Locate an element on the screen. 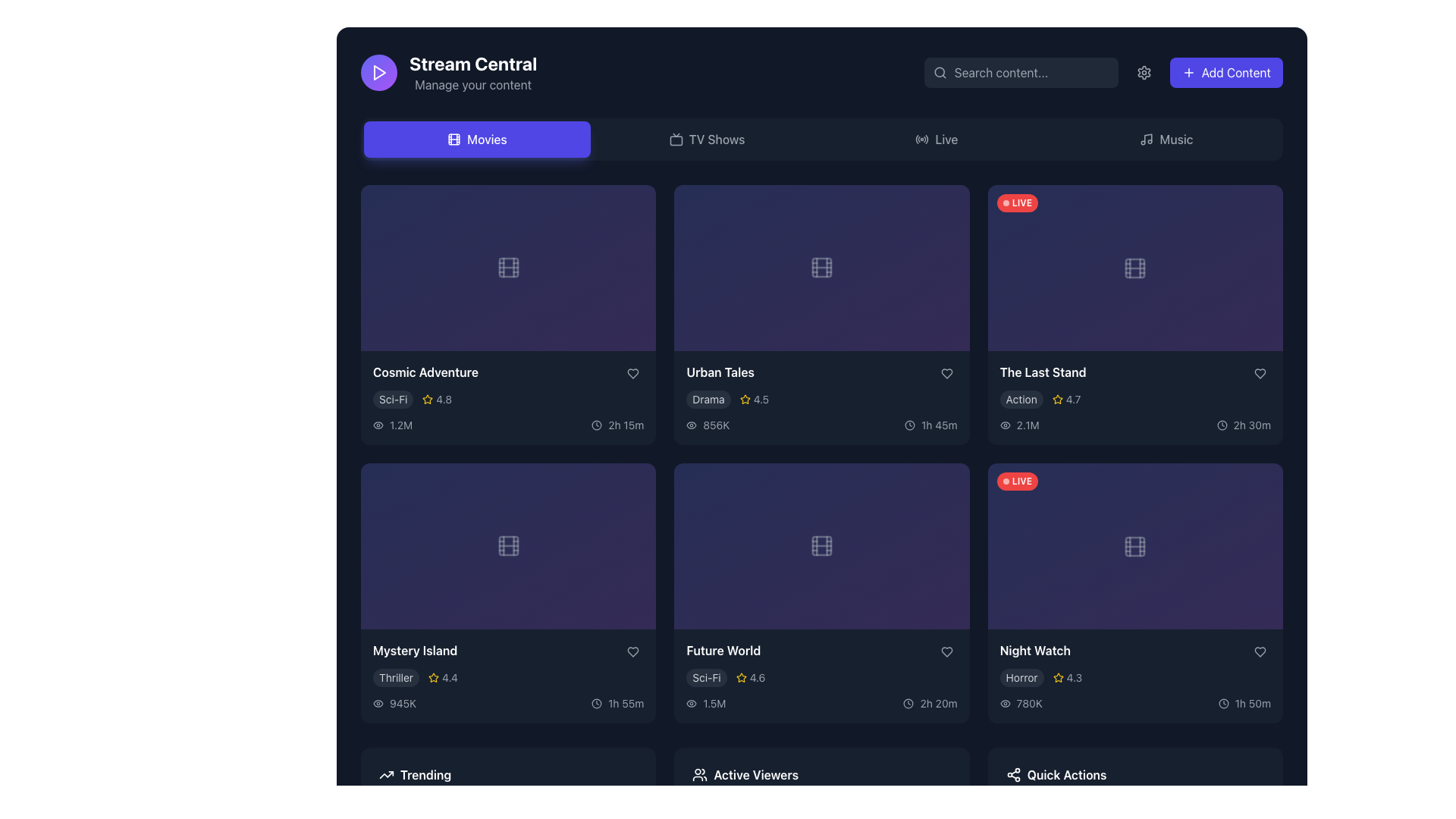 The width and height of the screenshot is (1456, 819). displayed duration of the movie 'Cosmic Adventure' from the text label located in the 'Cosmic Adventure' section of the 'Movies' category in the 'Stream Central' interface is located at coordinates (626, 425).